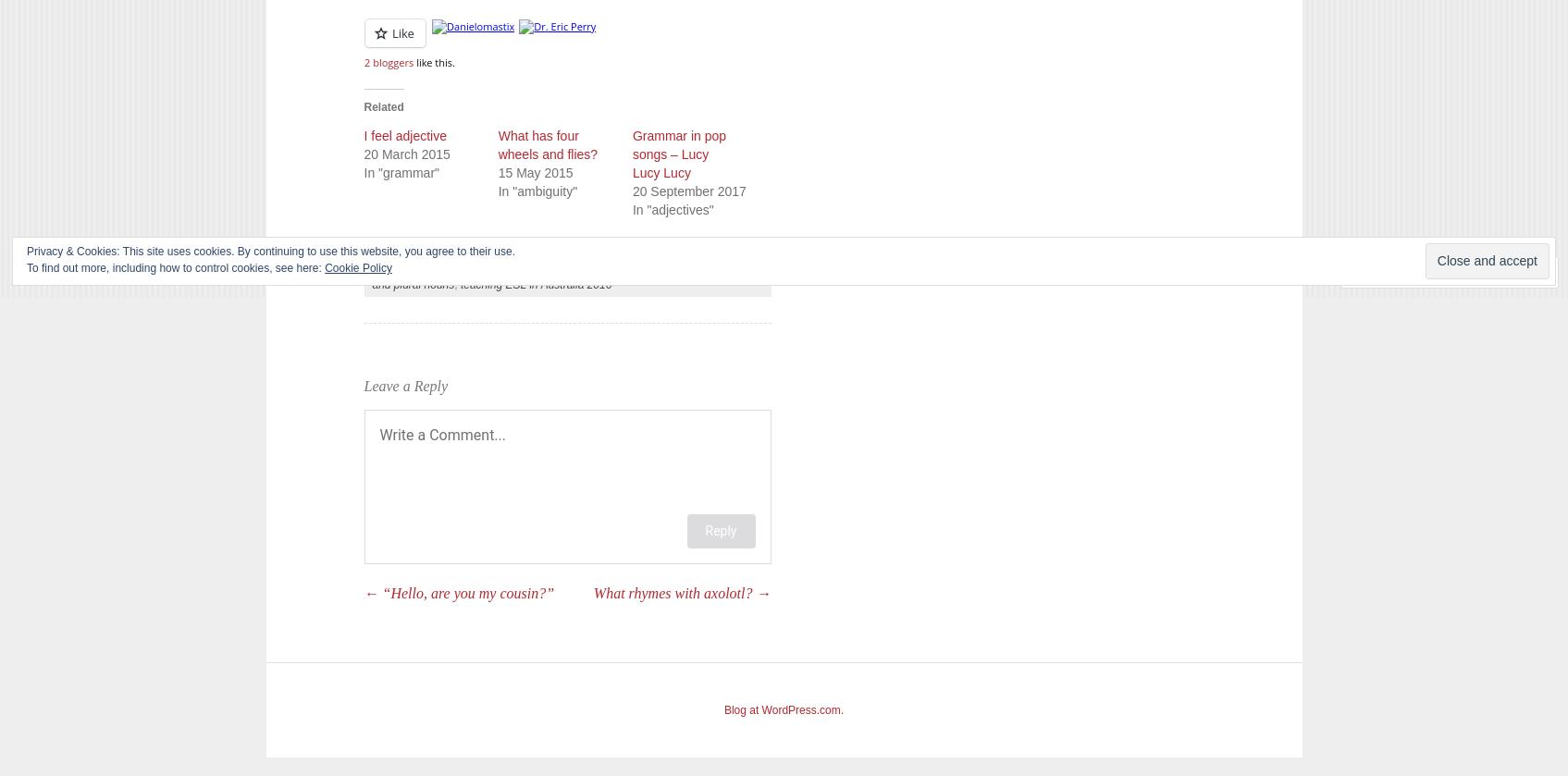 This screenshot has width=1568, height=776. What do you see at coordinates (606, 261) in the screenshot?
I see `'grammar'` at bounding box center [606, 261].